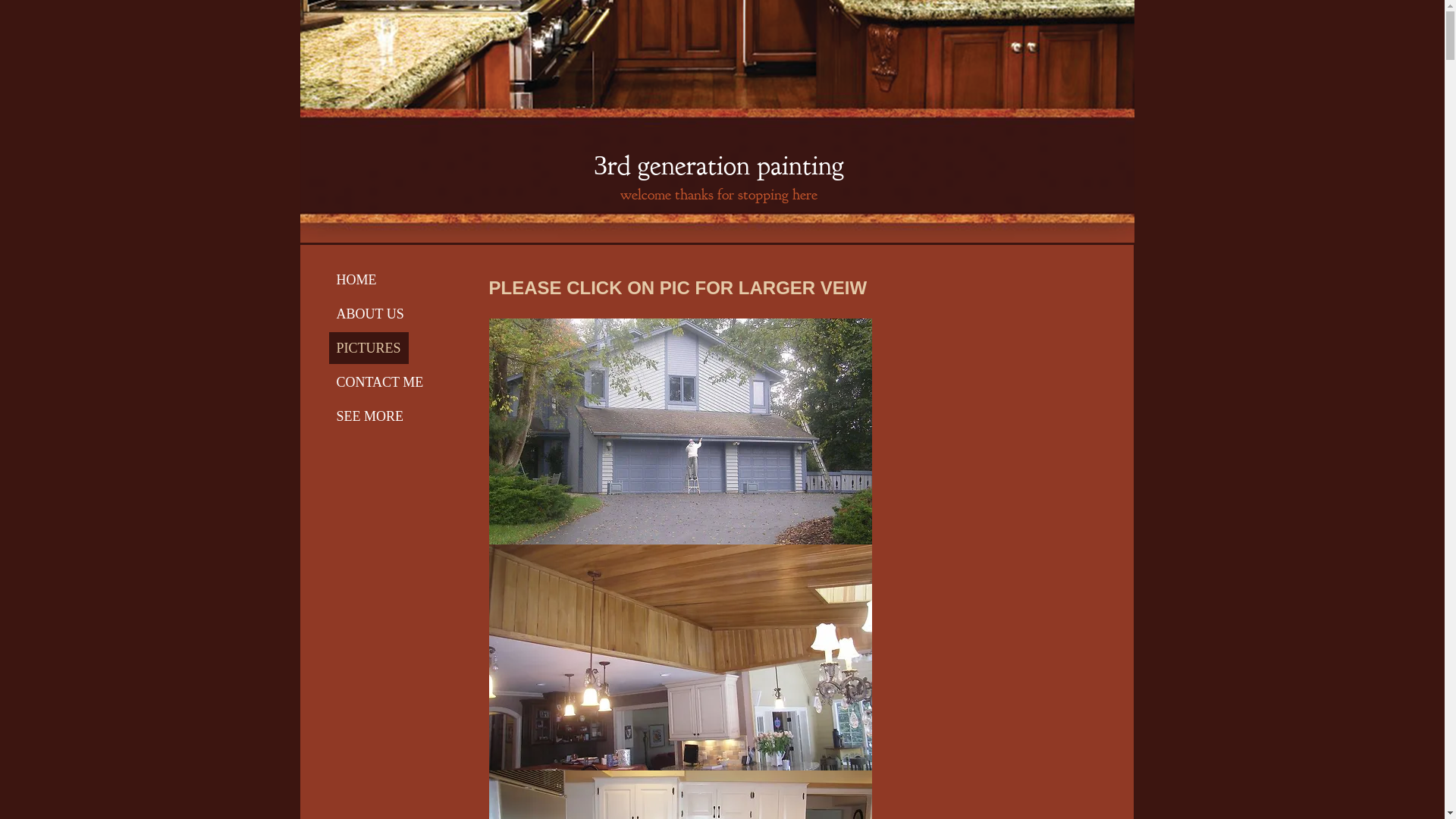  Describe the element at coordinates (328, 312) in the screenshot. I see `'ABOUT US'` at that location.